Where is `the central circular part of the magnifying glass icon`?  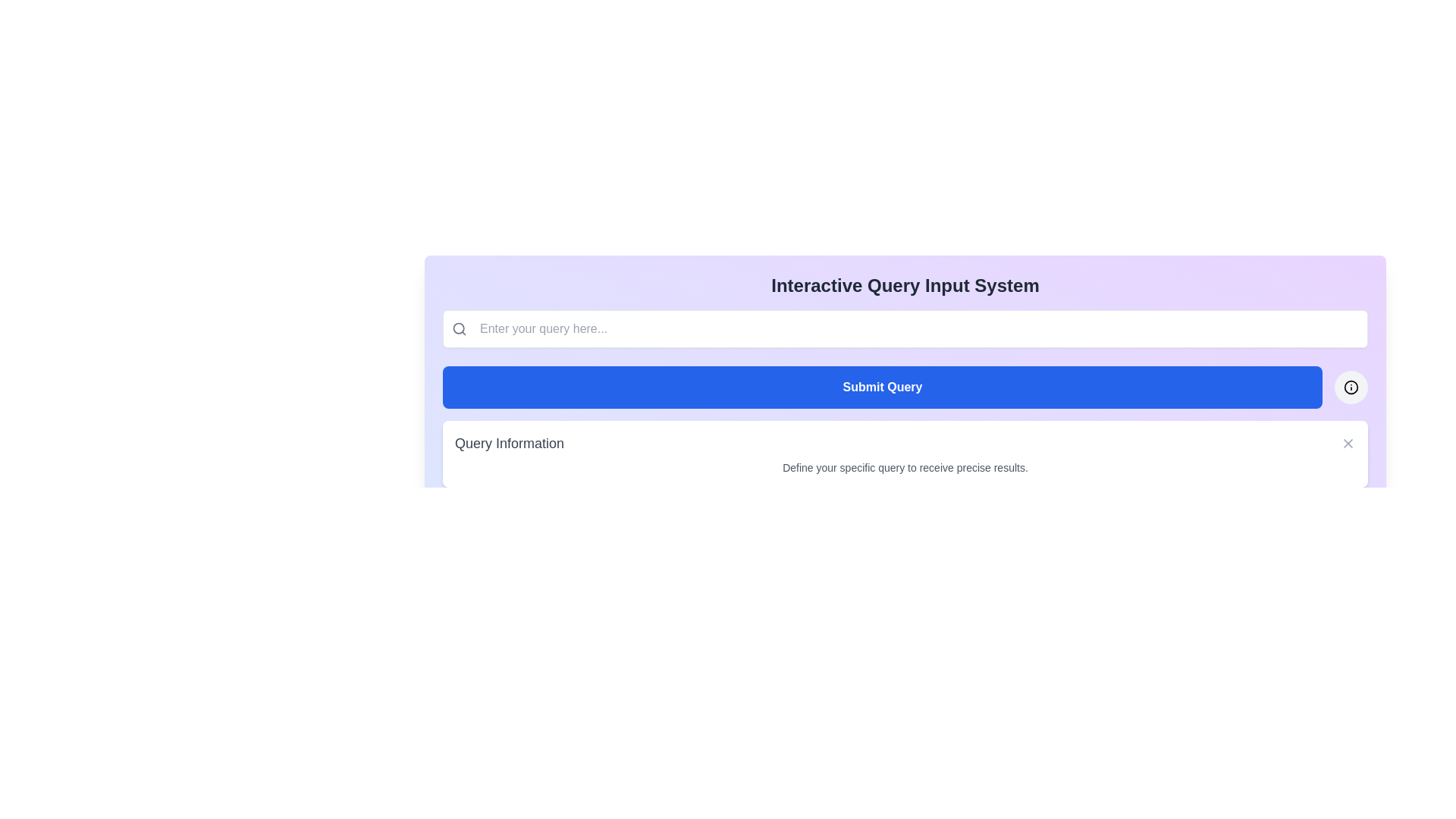 the central circular part of the magnifying glass icon is located at coordinates (458, 328).